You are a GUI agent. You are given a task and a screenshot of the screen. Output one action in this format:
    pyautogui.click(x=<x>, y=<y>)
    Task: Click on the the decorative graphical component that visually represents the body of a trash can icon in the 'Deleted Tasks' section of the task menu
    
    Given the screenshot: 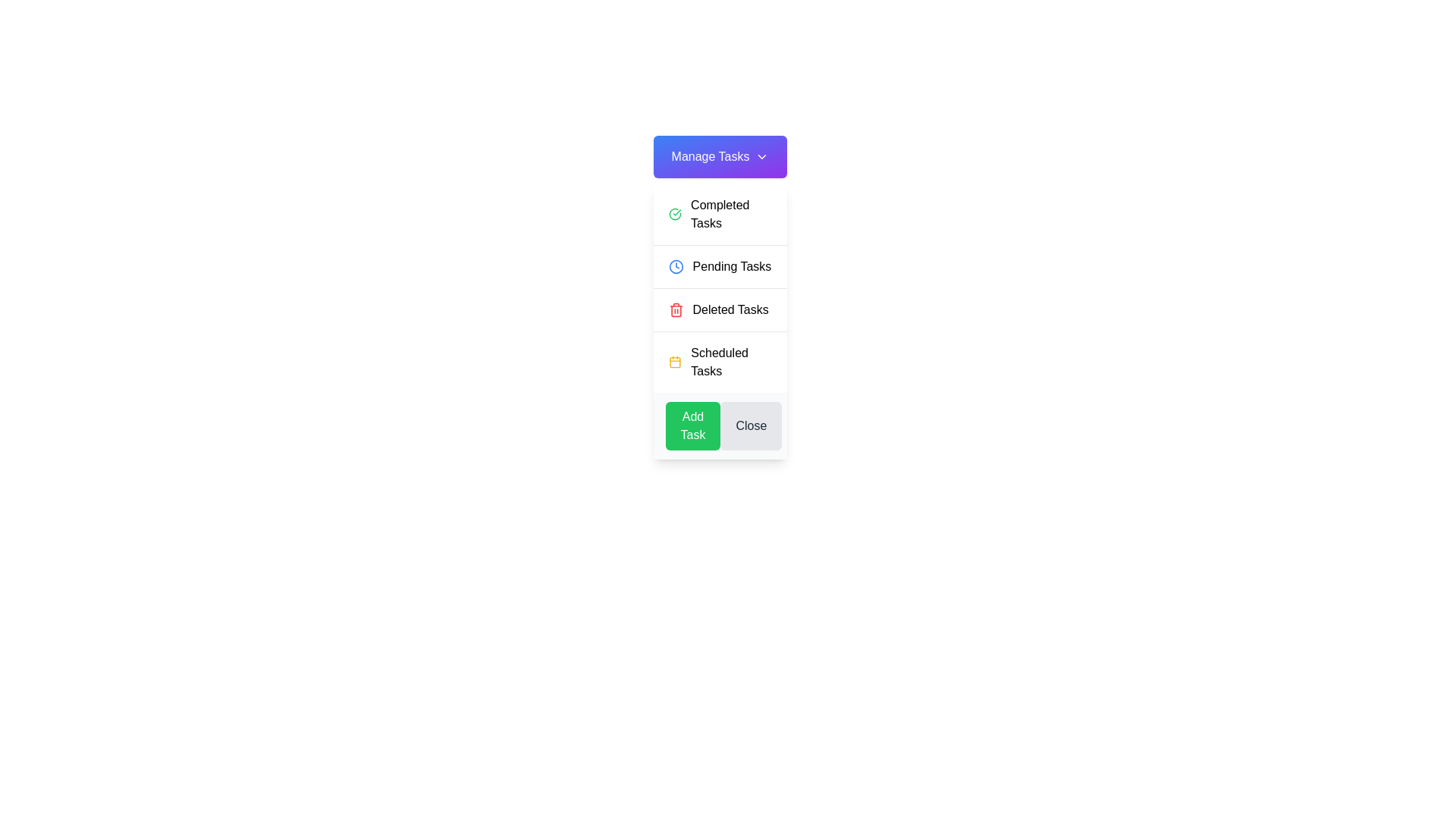 What is the action you would take?
    pyautogui.click(x=675, y=310)
    